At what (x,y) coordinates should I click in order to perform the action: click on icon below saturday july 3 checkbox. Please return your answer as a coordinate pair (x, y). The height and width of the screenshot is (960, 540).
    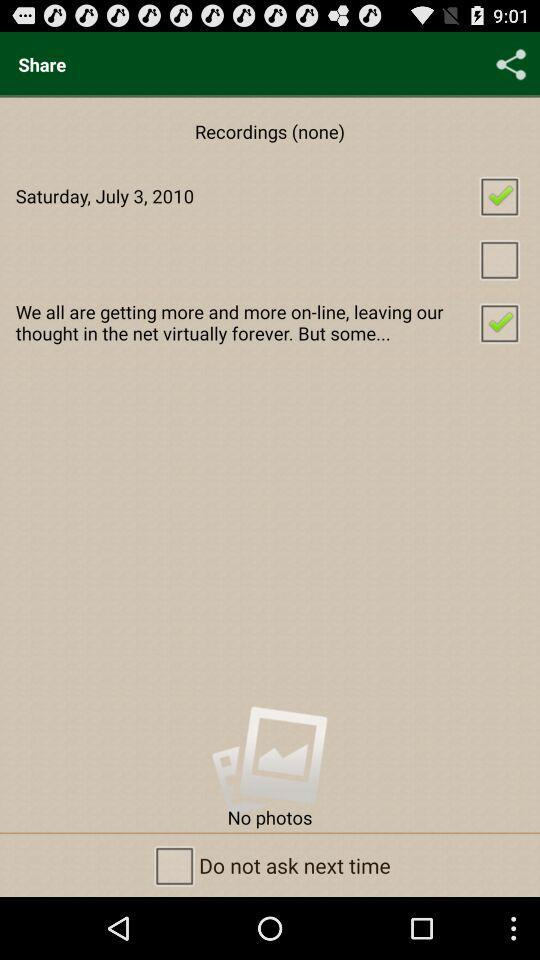
    Looking at the image, I should click on (270, 258).